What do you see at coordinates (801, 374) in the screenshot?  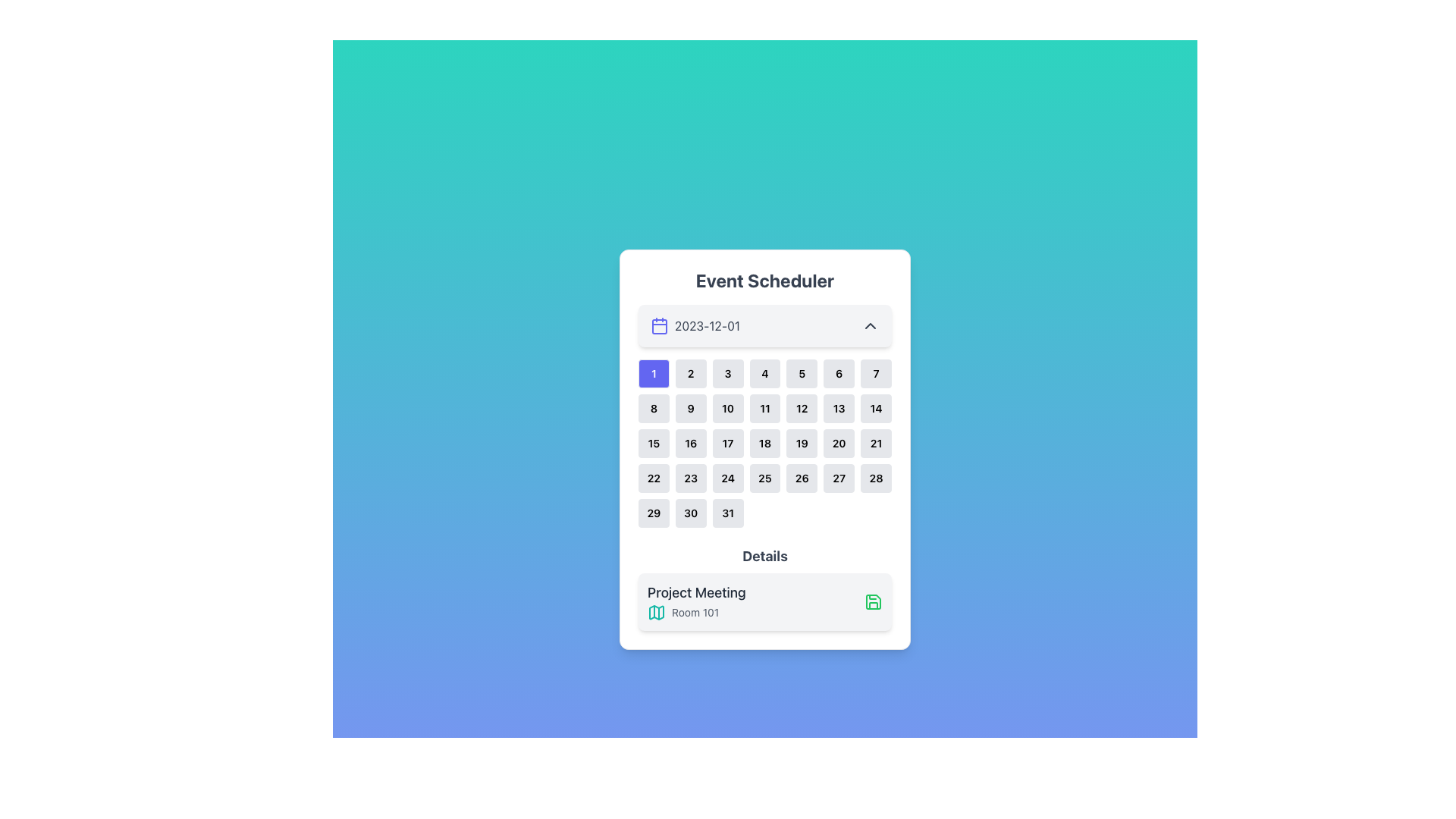 I see `the button representing the calendar date '5', which is located in the first row of a 7-column grid layout, fifth from the left` at bounding box center [801, 374].